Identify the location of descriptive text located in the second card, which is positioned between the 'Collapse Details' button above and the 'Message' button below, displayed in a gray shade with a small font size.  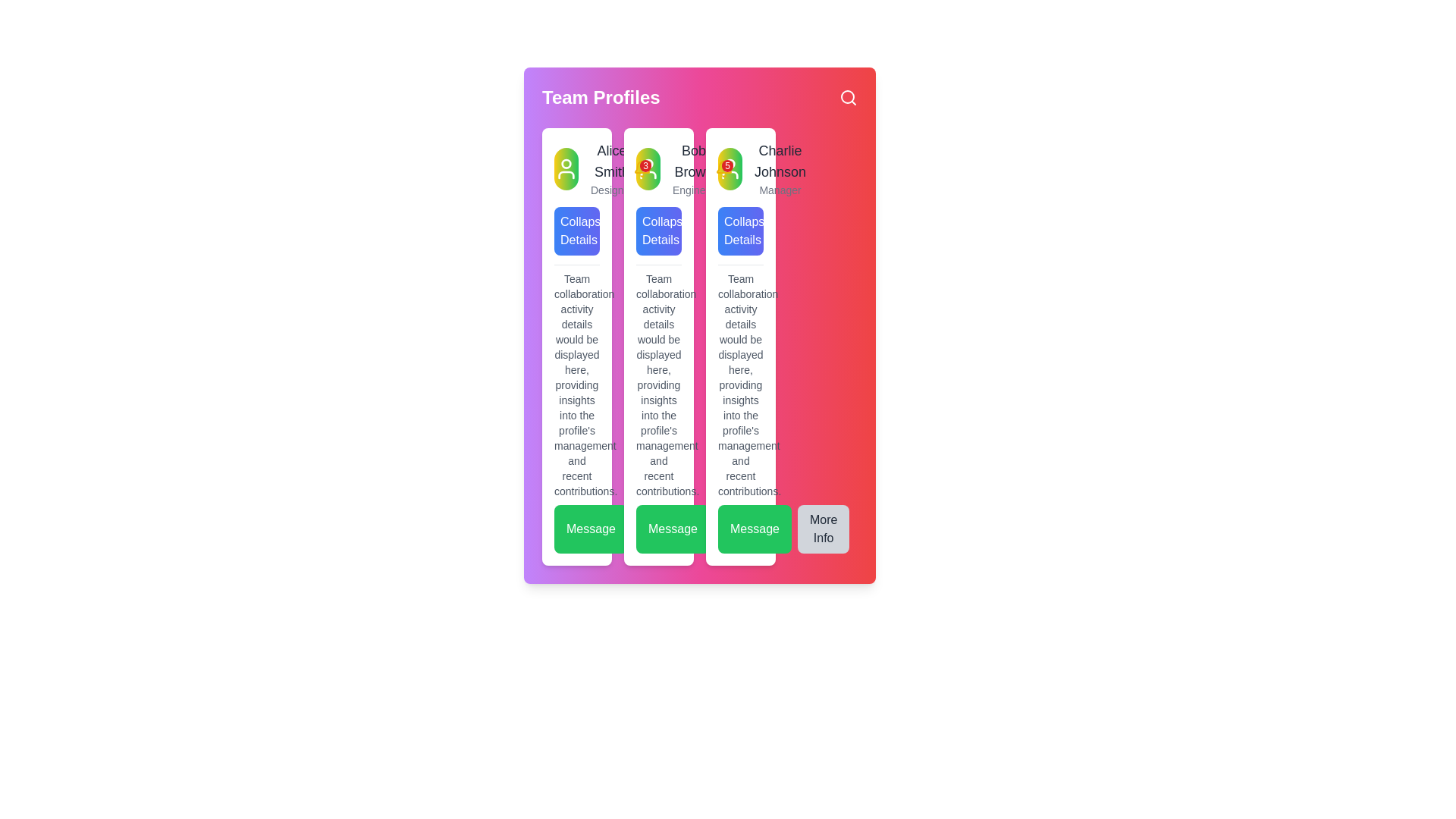
(658, 384).